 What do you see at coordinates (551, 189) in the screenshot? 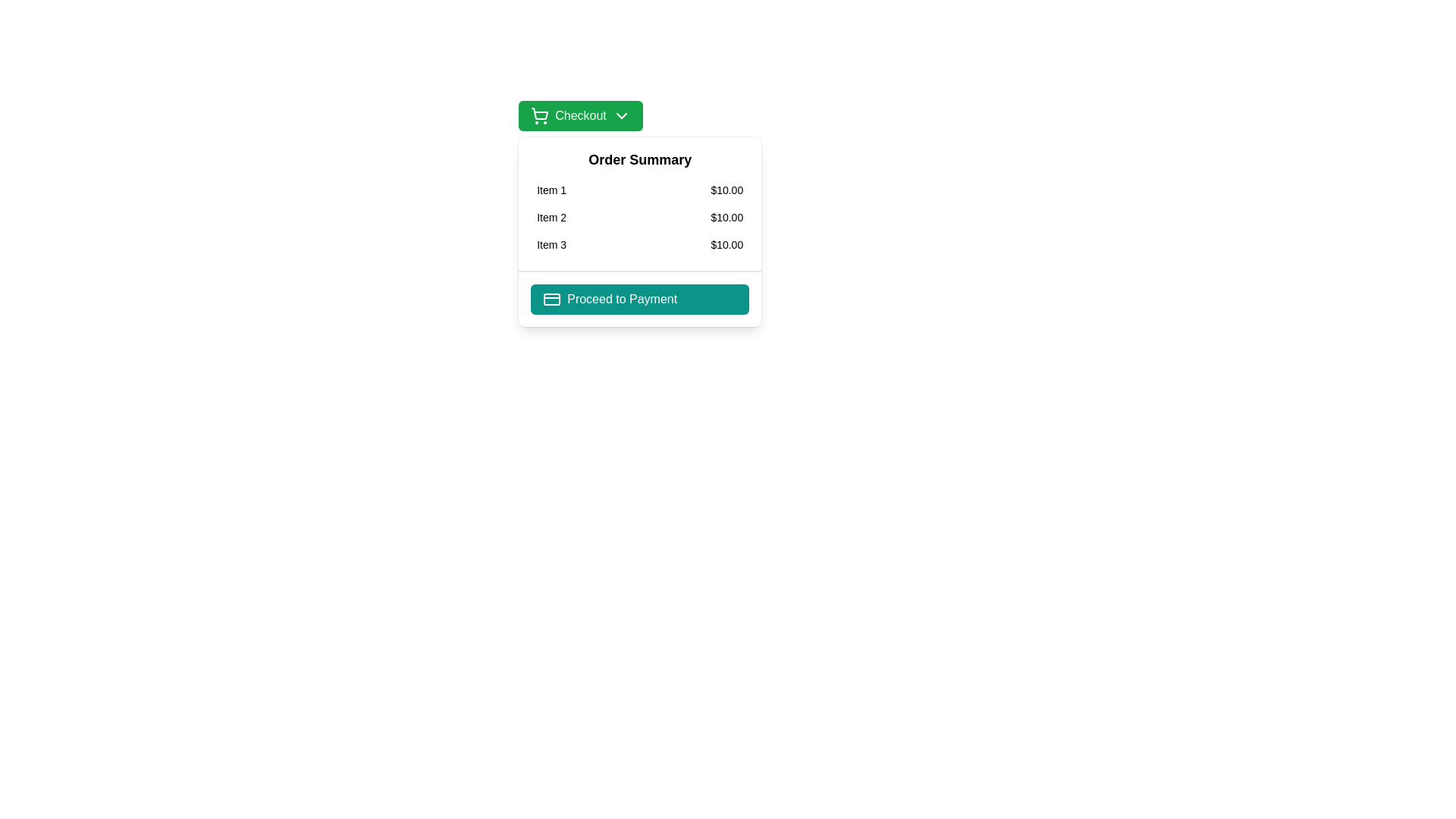
I see `the 'Item 1' text label in the 'Order Summary' section, which is the first item in the list, positioned to the left of the price '$10.00'` at bounding box center [551, 189].